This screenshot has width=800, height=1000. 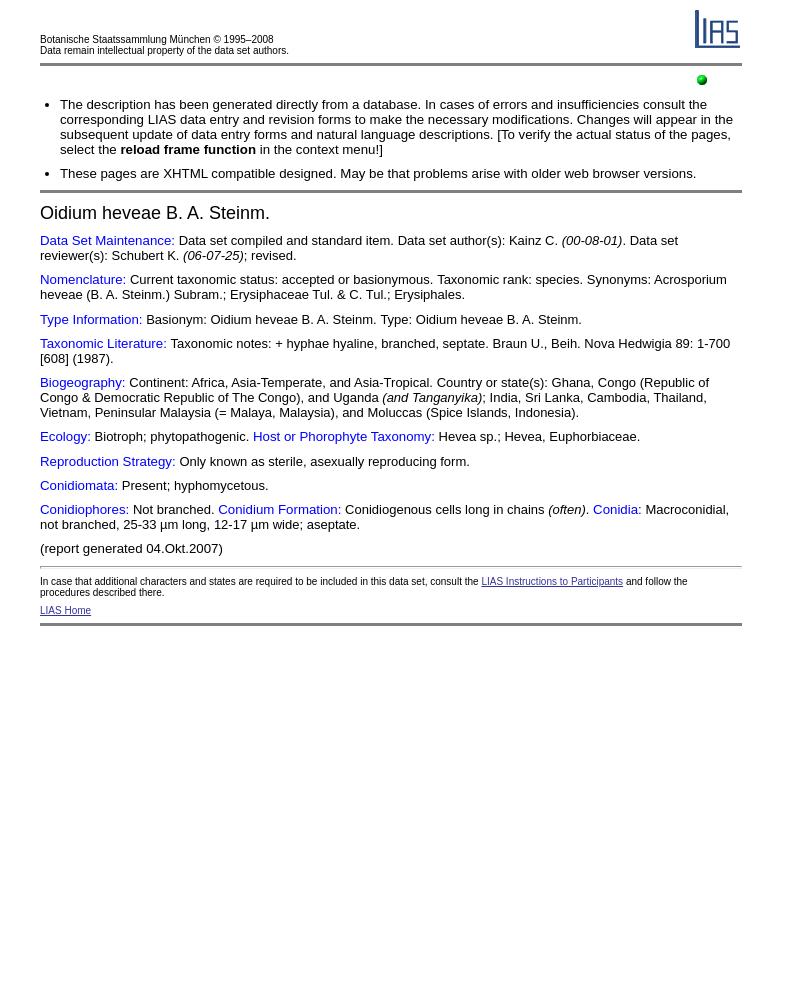 I want to click on 'Hevea sp.;', so click(x=468, y=436).